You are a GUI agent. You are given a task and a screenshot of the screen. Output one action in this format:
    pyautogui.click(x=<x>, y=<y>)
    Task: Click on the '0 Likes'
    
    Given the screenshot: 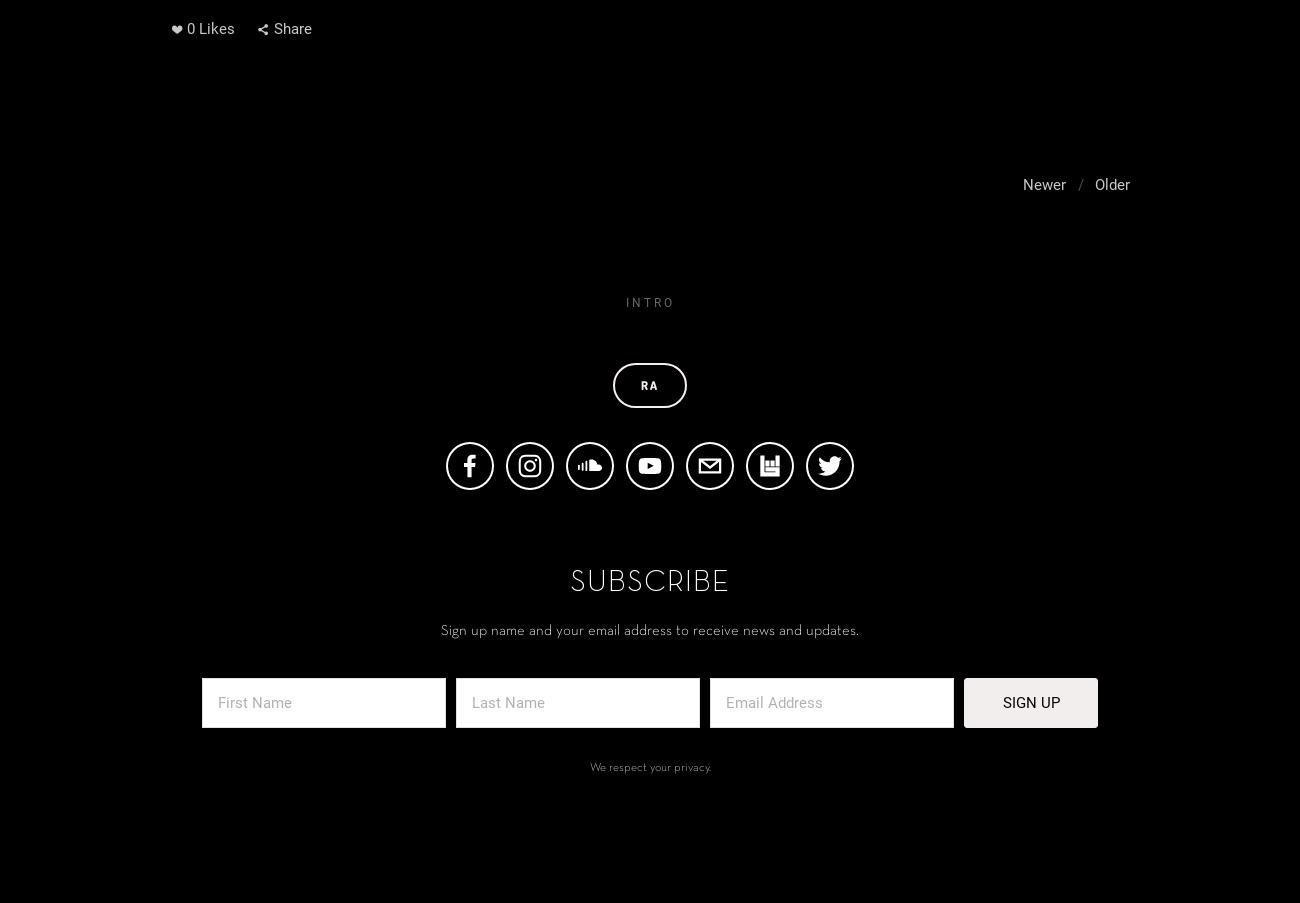 What is the action you would take?
    pyautogui.click(x=209, y=27)
    